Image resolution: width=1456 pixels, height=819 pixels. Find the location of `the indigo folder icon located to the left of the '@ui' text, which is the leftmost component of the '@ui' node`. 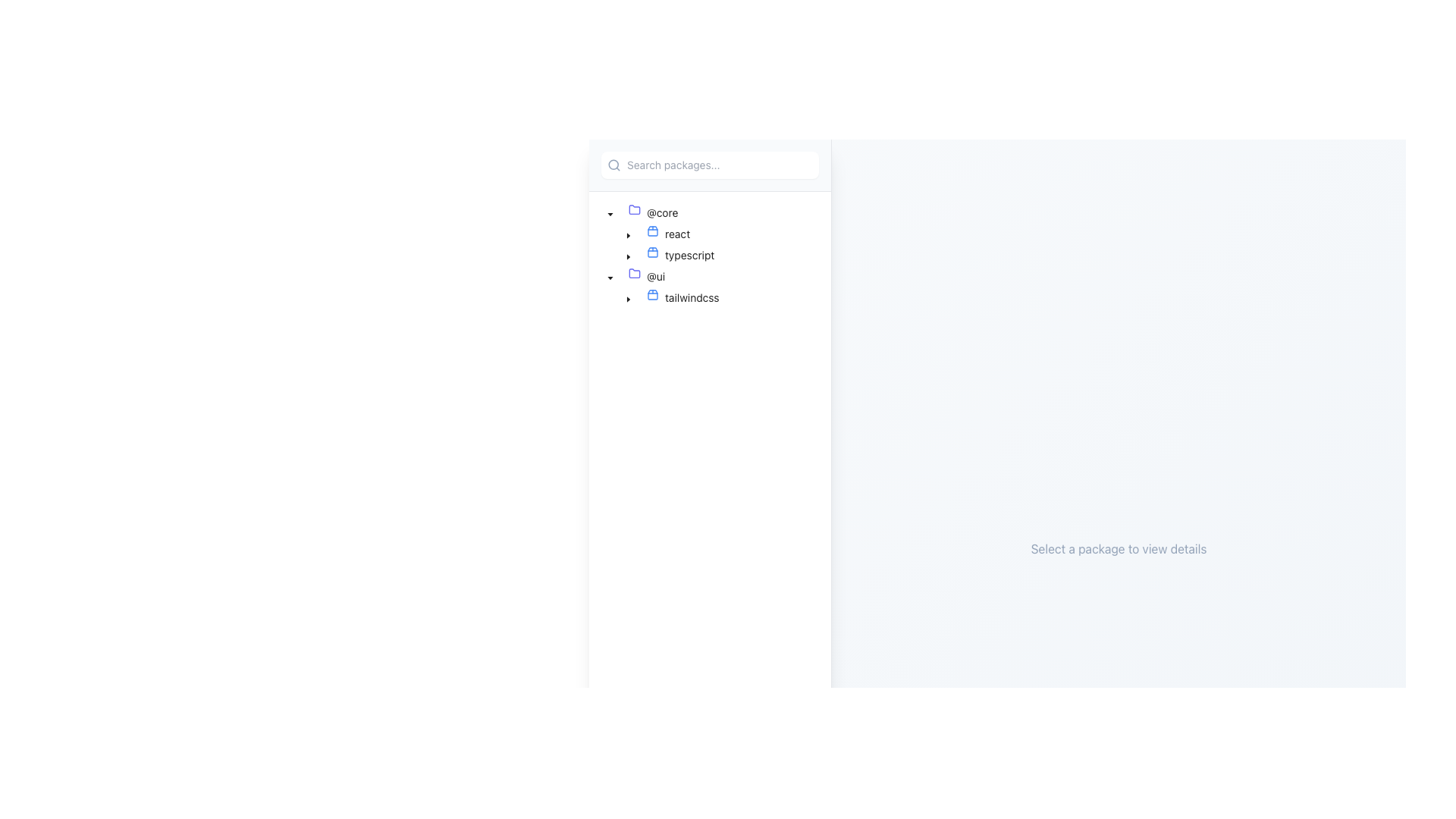

the indigo folder icon located to the left of the '@ui' text, which is the leftmost component of the '@ui' node is located at coordinates (637, 277).